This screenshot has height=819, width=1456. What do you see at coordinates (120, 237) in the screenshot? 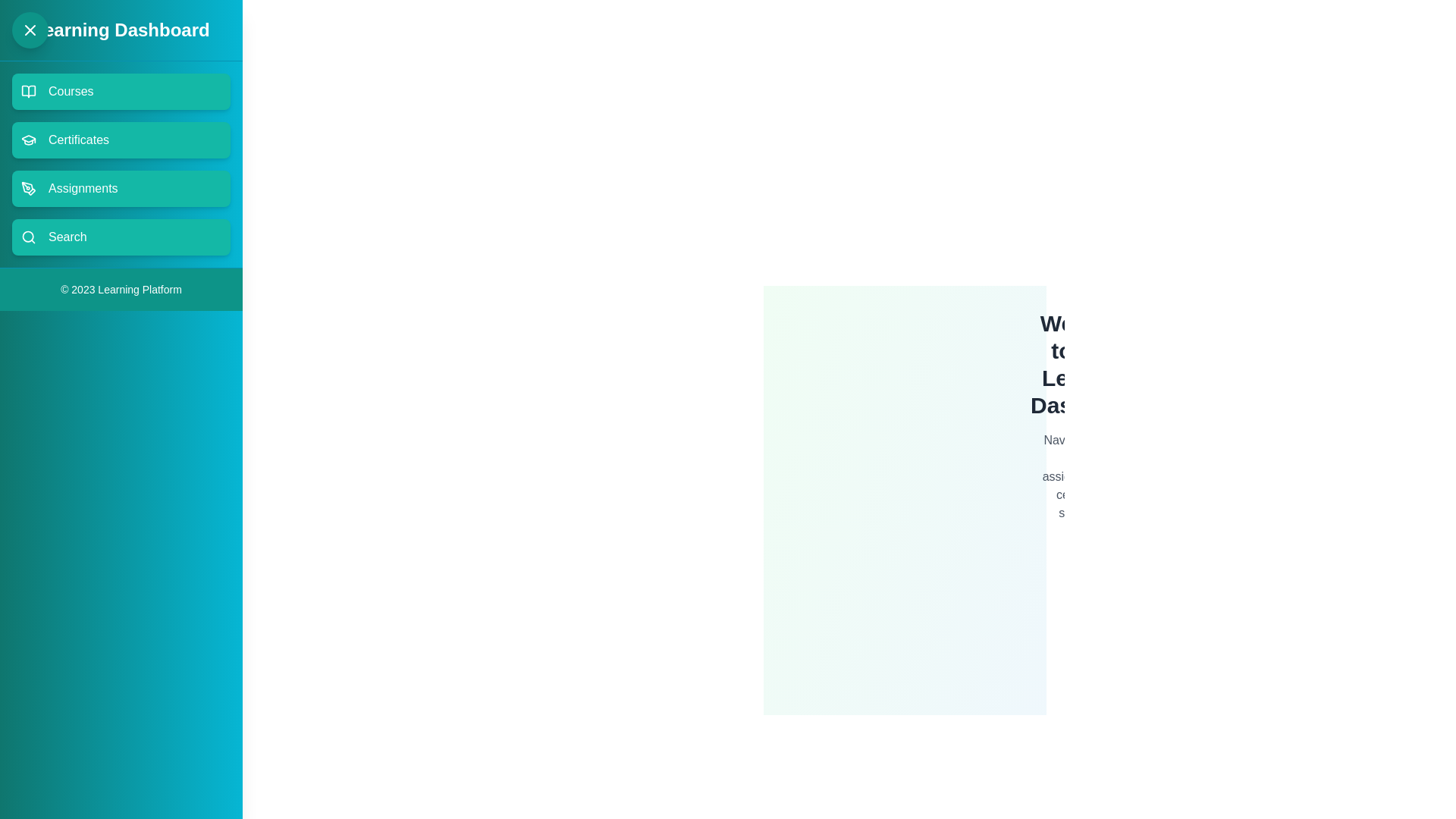
I see `the search button located as the fourth option in the vertical list of buttons in the left-side navigation panel` at bounding box center [120, 237].